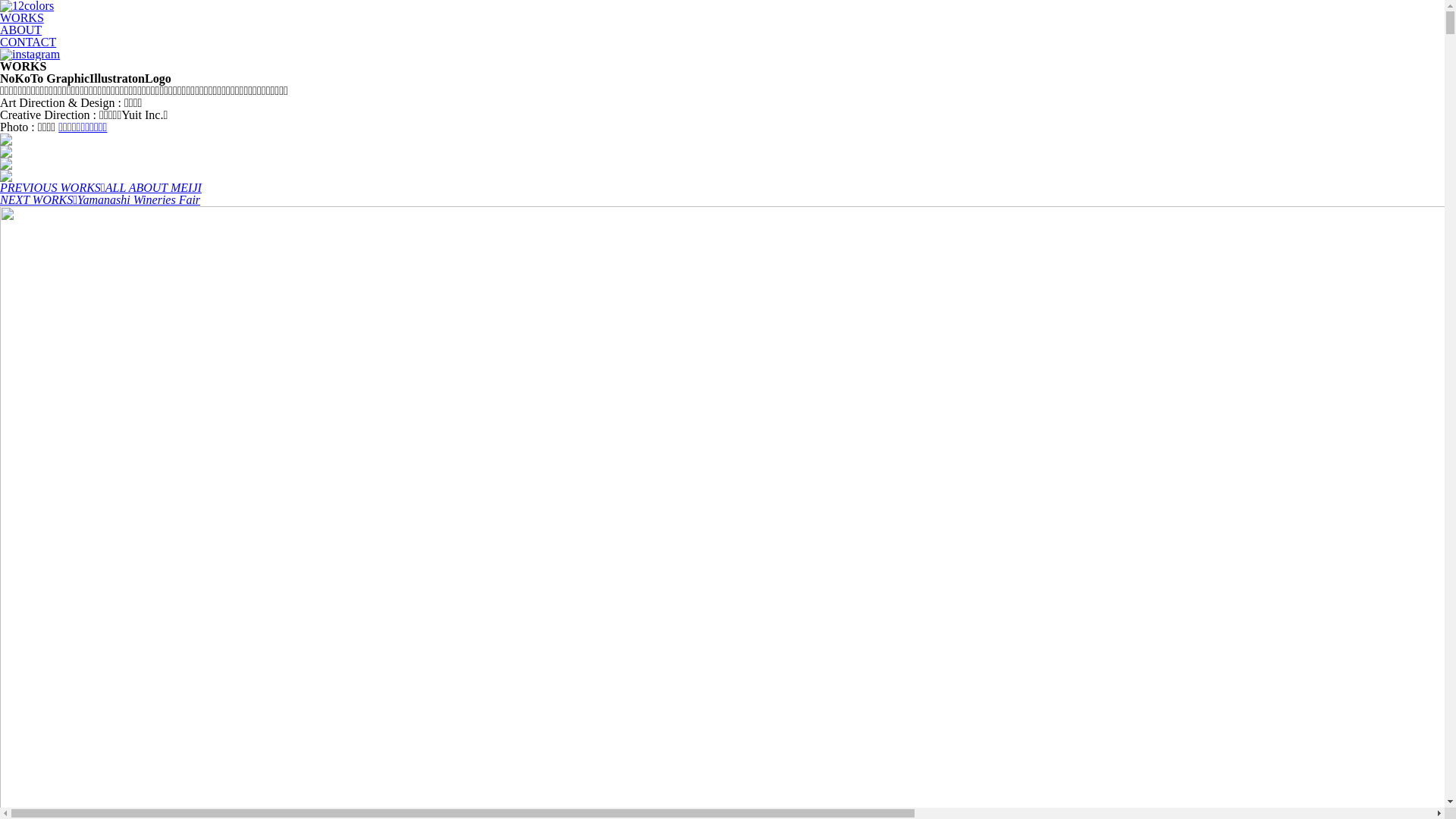  I want to click on 'CONTACT', so click(0, 41).